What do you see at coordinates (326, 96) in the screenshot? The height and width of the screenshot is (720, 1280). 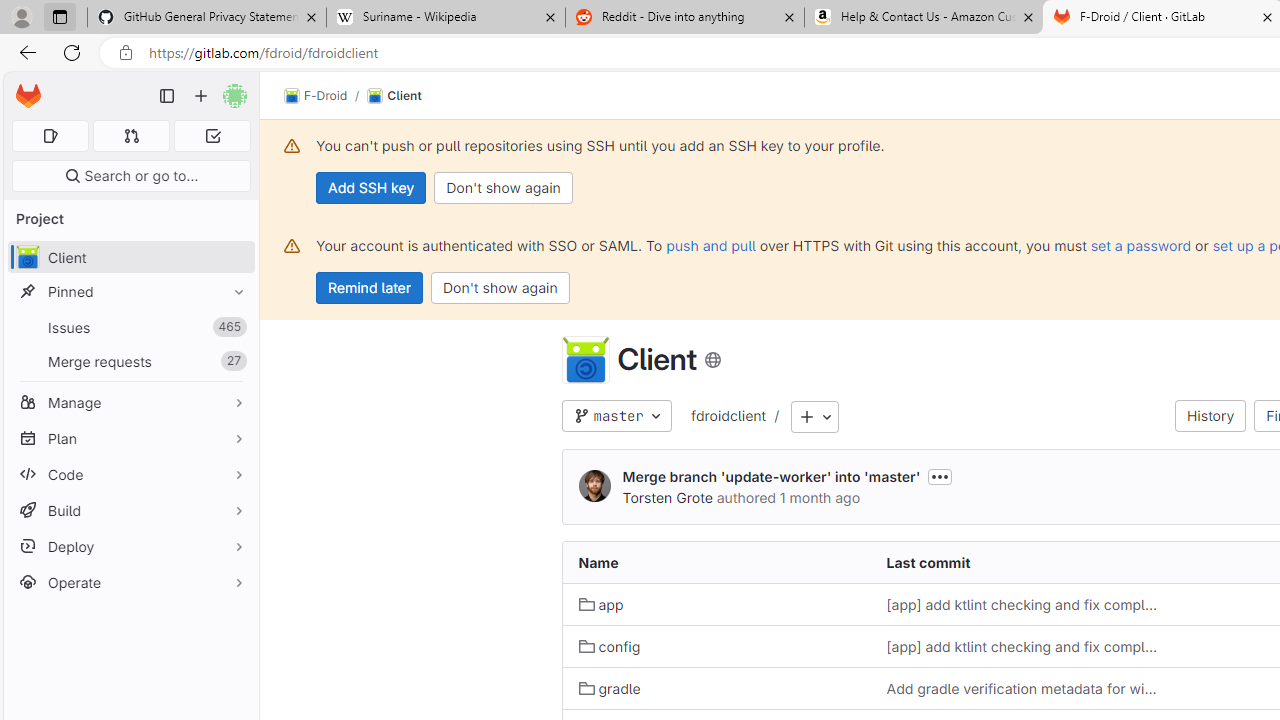 I see `'F-Droid/'` at bounding box center [326, 96].